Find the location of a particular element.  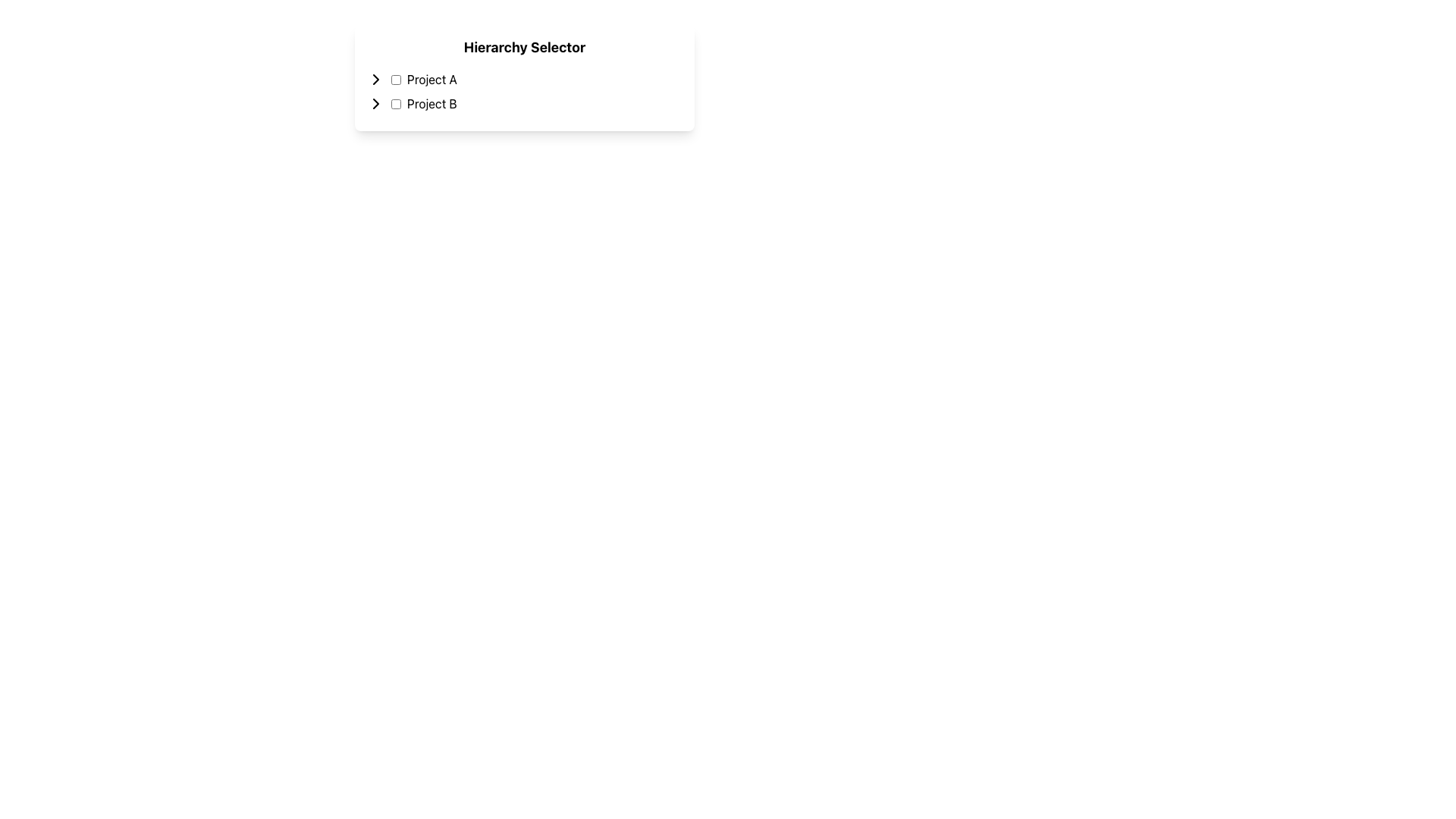

the rightward arrow button styled as a chevron, located to the left of the text 'Project A' is located at coordinates (375, 79).